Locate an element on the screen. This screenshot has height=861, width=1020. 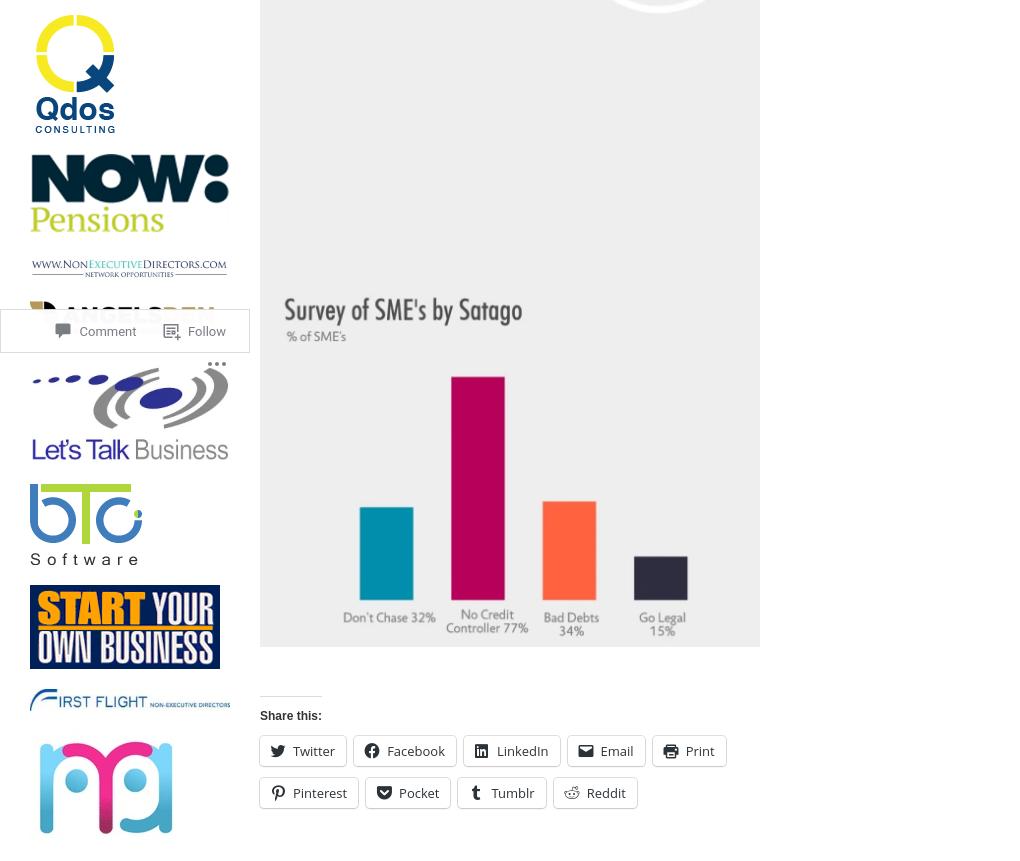
'Facebook' is located at coordinates (415, 750).